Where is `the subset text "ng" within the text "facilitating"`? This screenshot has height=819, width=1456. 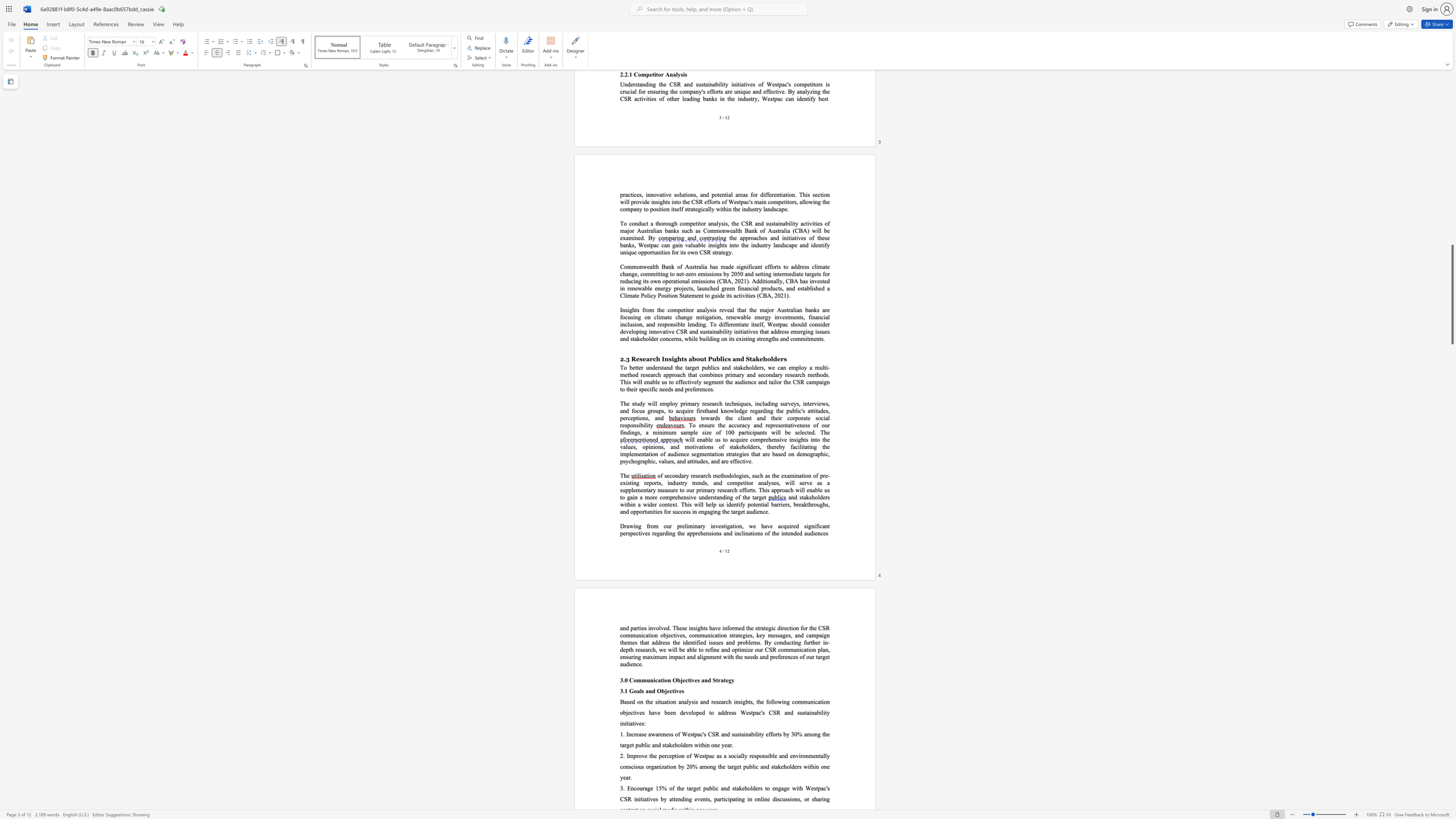 the subset text "ng" within the text "facilitating" is located at coordinates (811, 447).